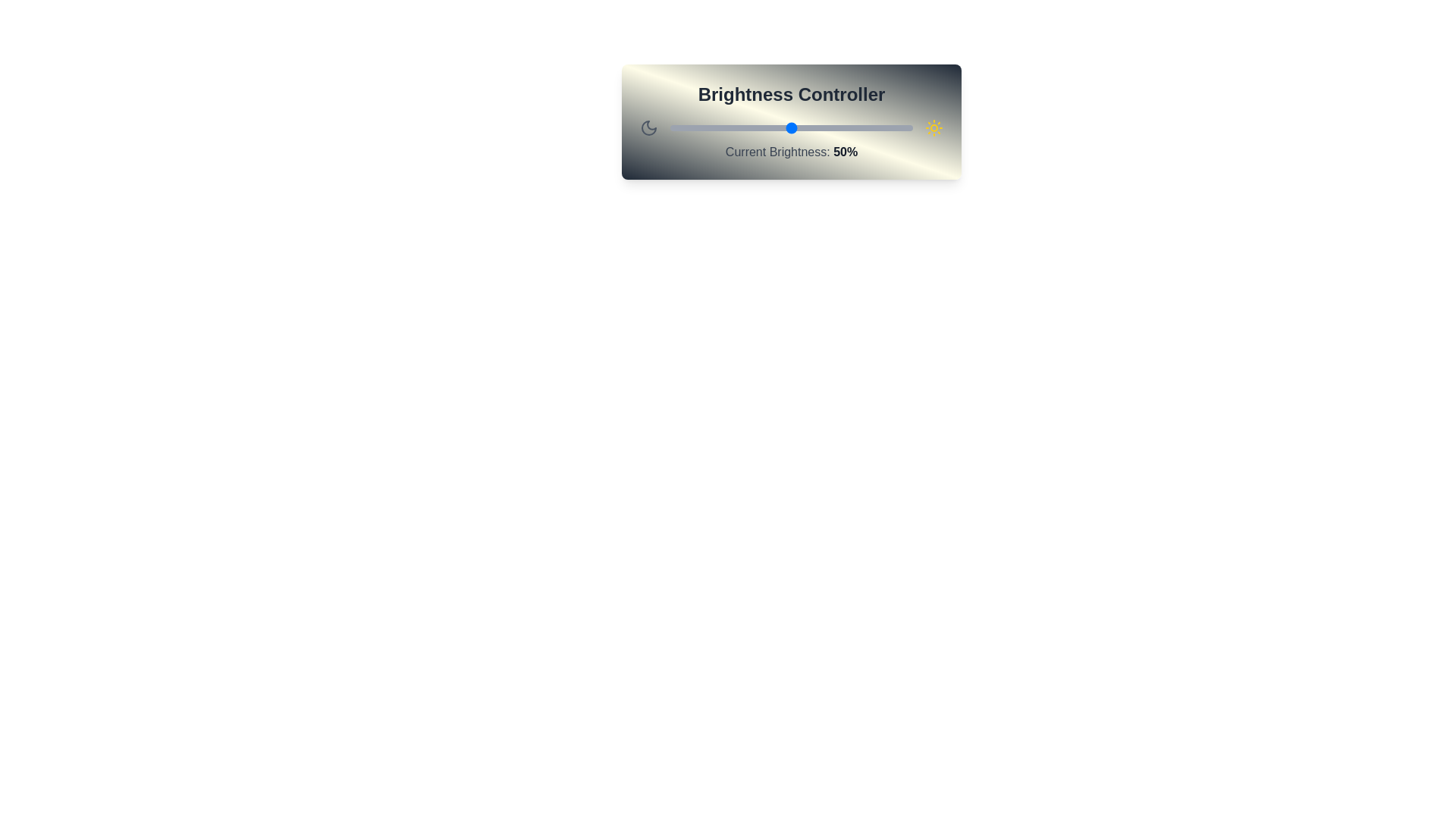 The width and height of the screenshot is (1456, 819). I want to click on the brightness slider to 89%, so click(886, 127).